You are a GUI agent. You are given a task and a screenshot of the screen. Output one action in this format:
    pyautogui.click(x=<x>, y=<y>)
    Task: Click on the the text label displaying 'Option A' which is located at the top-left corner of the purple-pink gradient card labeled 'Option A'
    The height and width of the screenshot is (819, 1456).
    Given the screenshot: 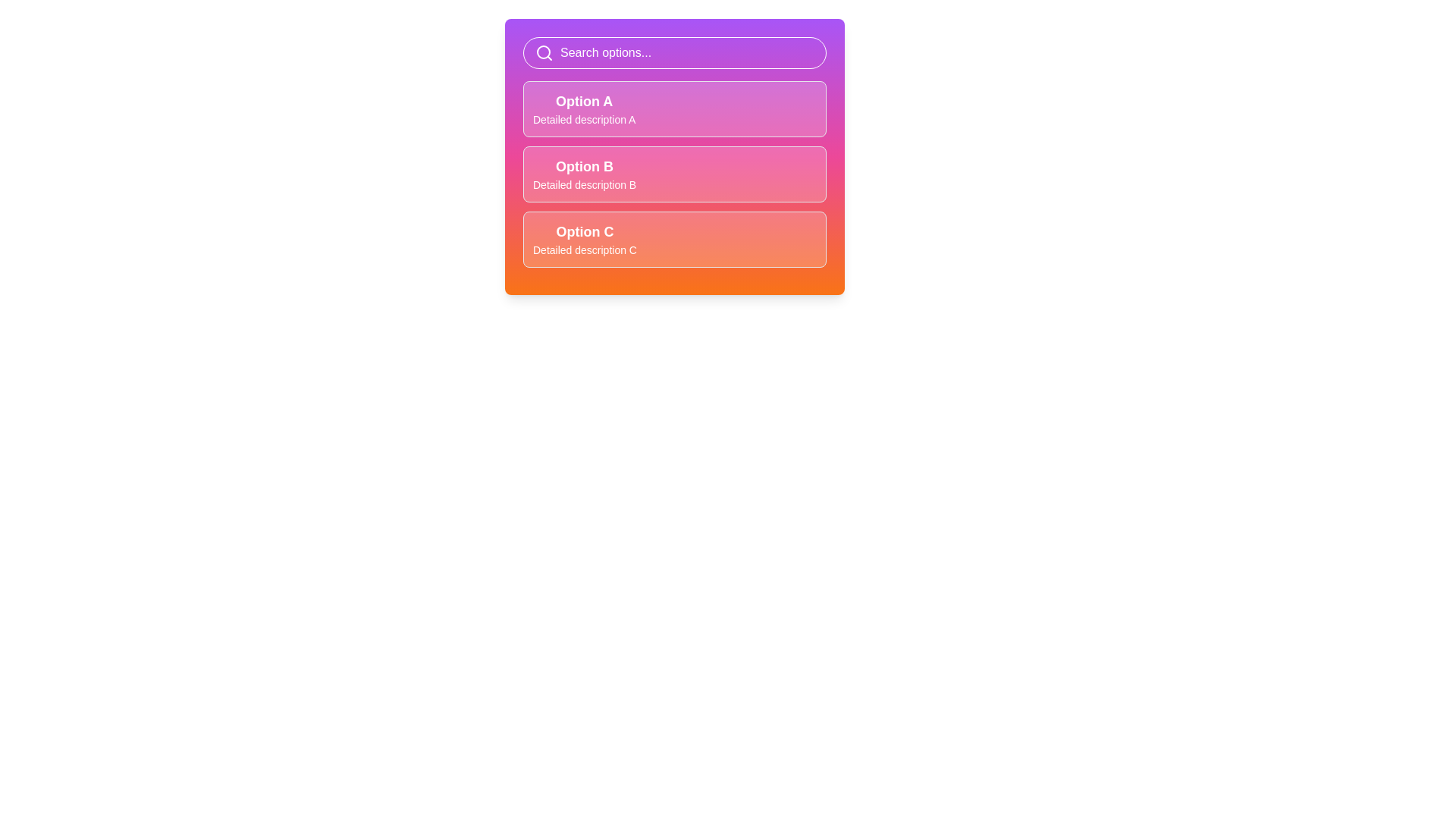 What is the action you would take?
    pyautogui.click(x=583, y=102)
    